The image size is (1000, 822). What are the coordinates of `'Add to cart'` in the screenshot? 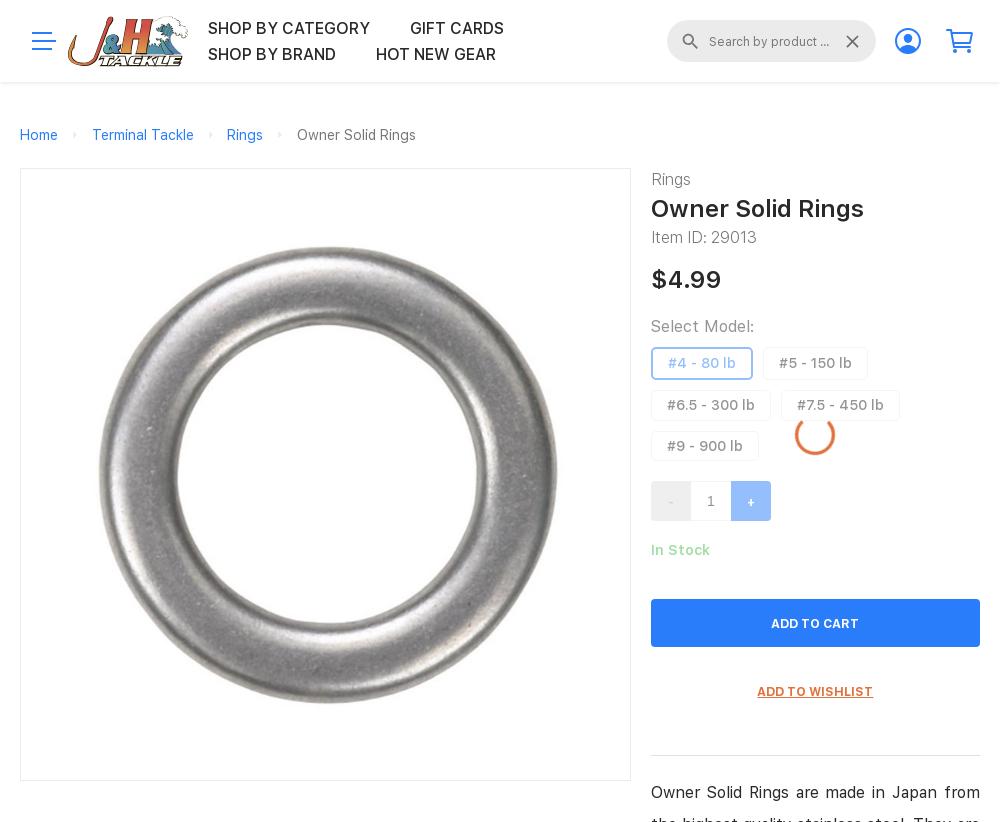 It's located at (771, 622).